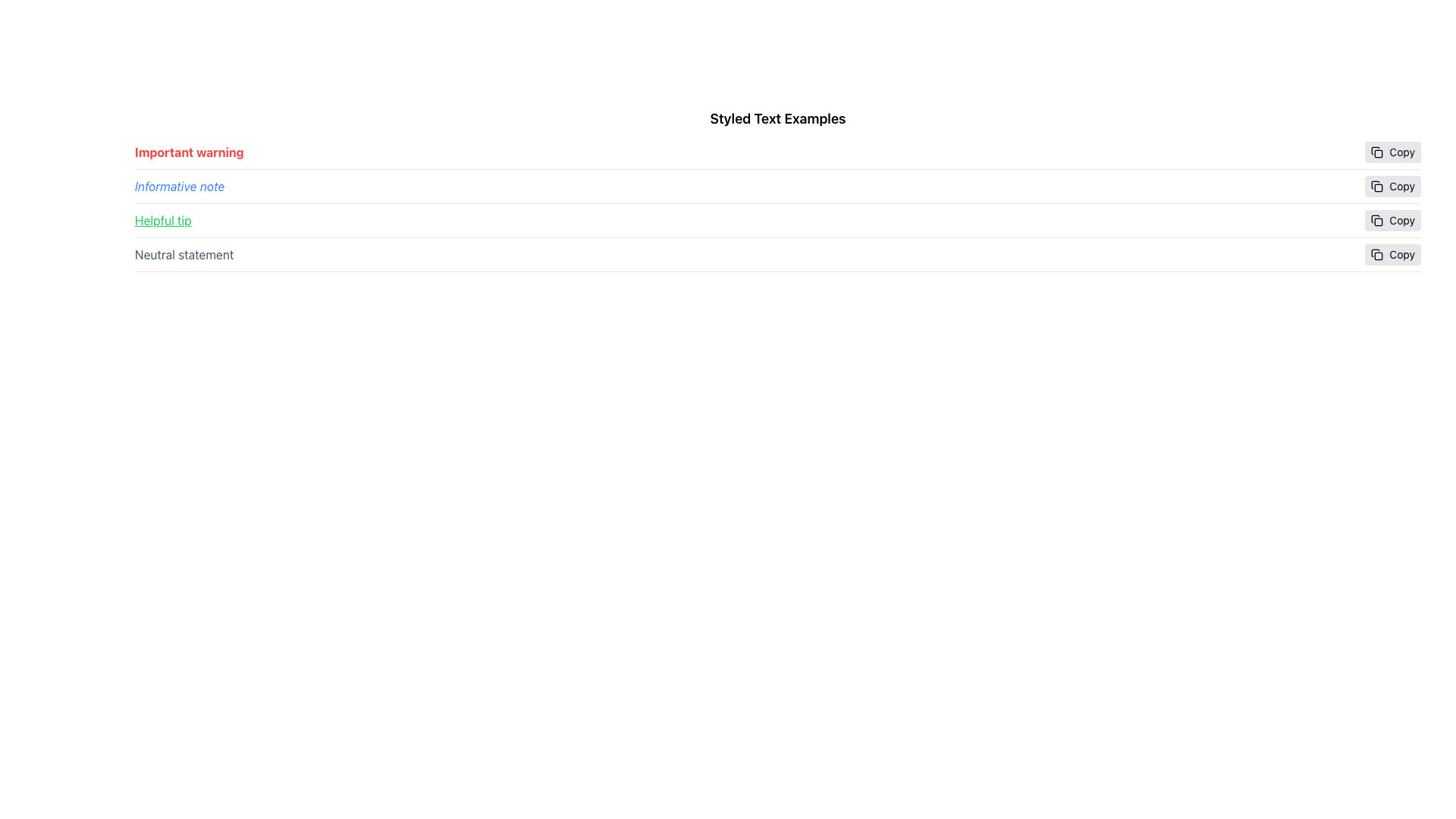 This screenshot has width=1456, height=819. What do you see at coordinates (1401, 253) in the screenshot?
I see `the 'Copy' text label, which is the rightmost element in its row and has a gray background` at bounding box center [1401, 253].